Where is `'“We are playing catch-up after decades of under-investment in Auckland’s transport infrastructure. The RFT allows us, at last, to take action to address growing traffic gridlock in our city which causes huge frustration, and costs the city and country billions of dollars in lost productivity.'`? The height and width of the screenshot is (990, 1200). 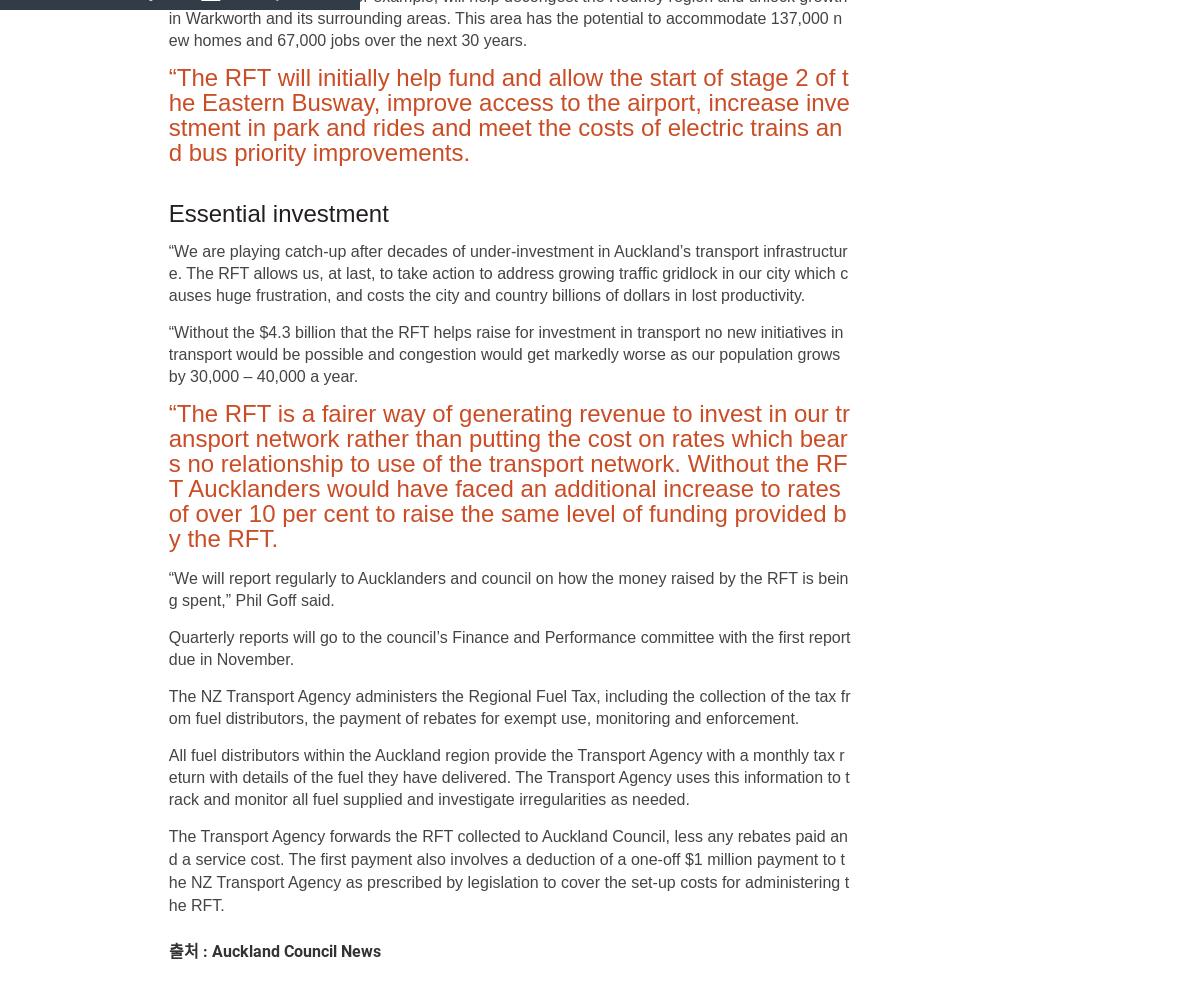 '“We are playing catch-up after decades of under-investment in Auckland’s transport infrastructure. The RFT allows us, at last, to take action to address growing traffic gridlock in our city which causes huge frustration, and costs the city and country billions of dollars in lost productivity.' is located at coordinates (506, 273).